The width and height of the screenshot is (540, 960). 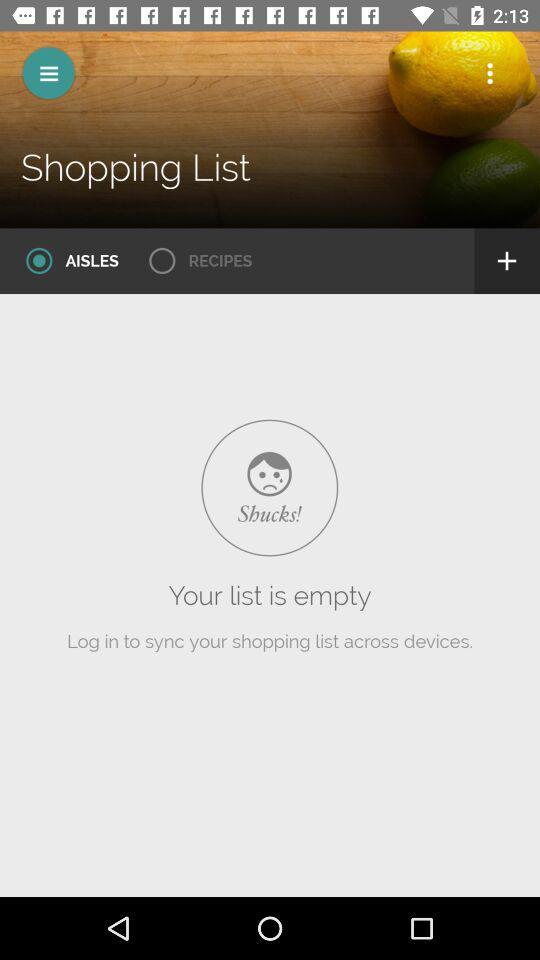 I want to click on menu, so click(x=48, y=73).